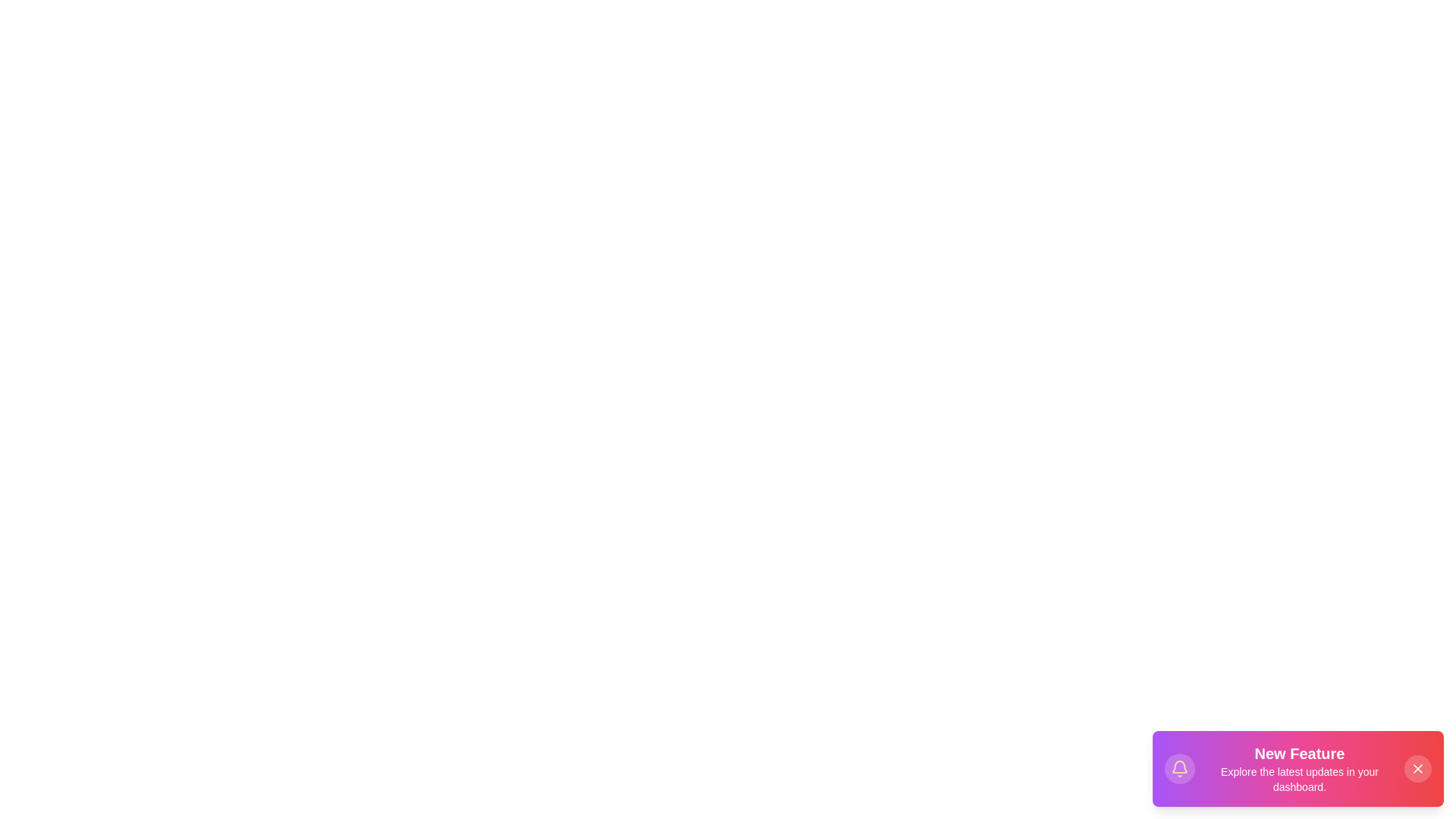 This screenshot has height=819, width=1456. Describe the element at coordinates (1178, 769) in the screenshot. I see `the bell icon in the StylishSnackbar component` at that location.